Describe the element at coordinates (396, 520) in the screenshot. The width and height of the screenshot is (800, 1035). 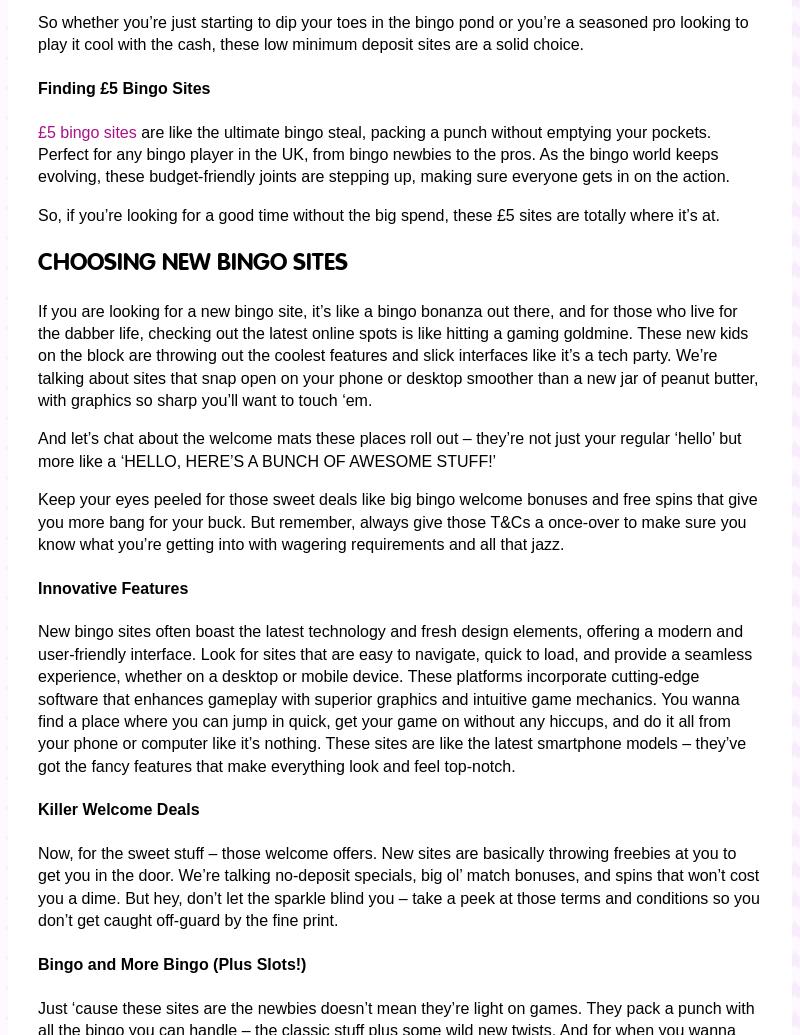
I see `'Keep your eyes peeled for those sweet deals like big bingo welcome bonuses and free spins that give you more bang for your buck. But remember, always give those T&Cs a once-over to make sure you know what you’re getting into with wagering requirements and all that jazz.'` at that location.